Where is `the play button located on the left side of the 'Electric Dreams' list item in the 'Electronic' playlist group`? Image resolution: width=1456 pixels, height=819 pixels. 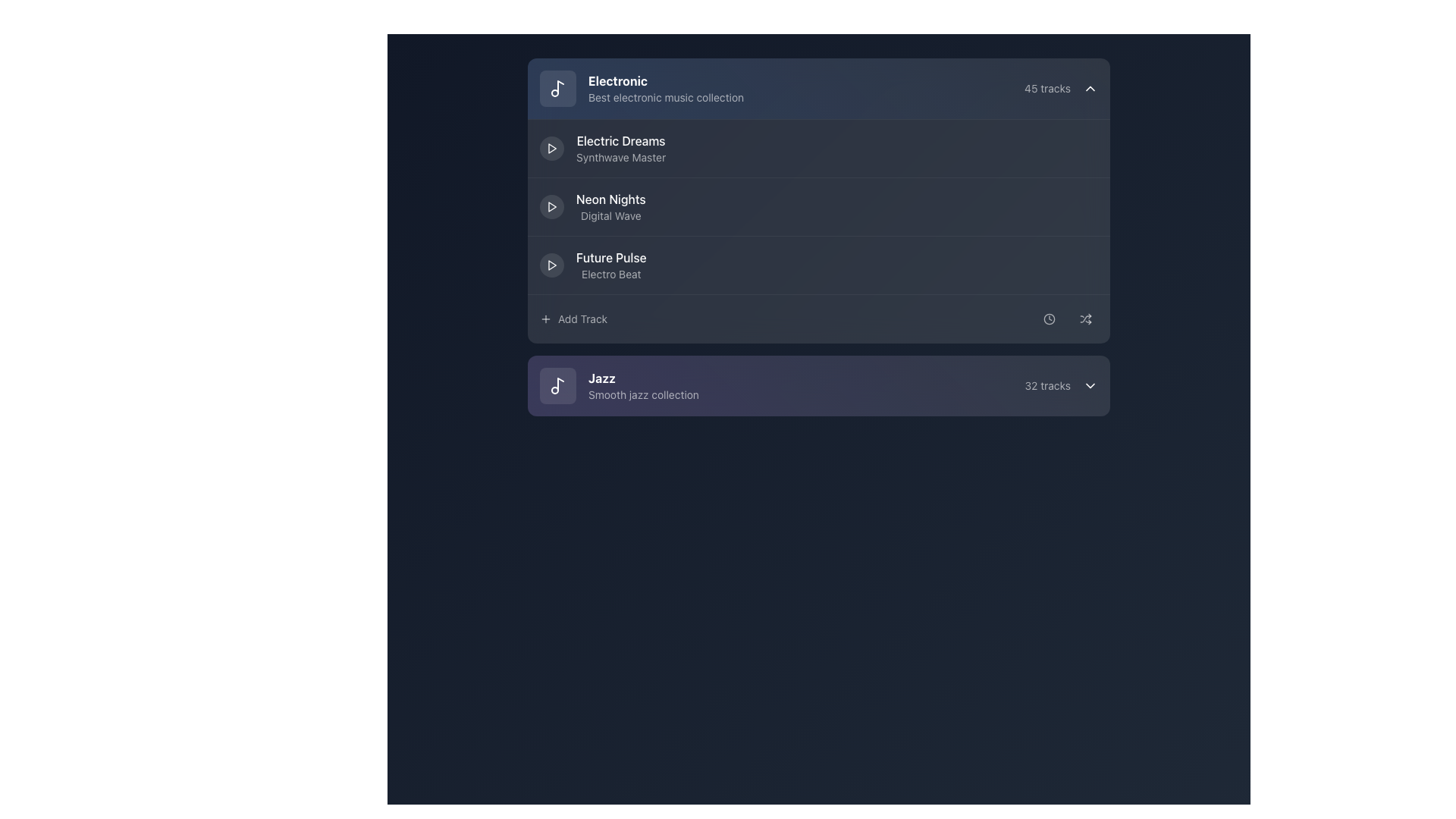 the play button located on the left side of the 'Electric Dreams' list item in the 'Electronic' playlist group is located at coordinates (551, 149).